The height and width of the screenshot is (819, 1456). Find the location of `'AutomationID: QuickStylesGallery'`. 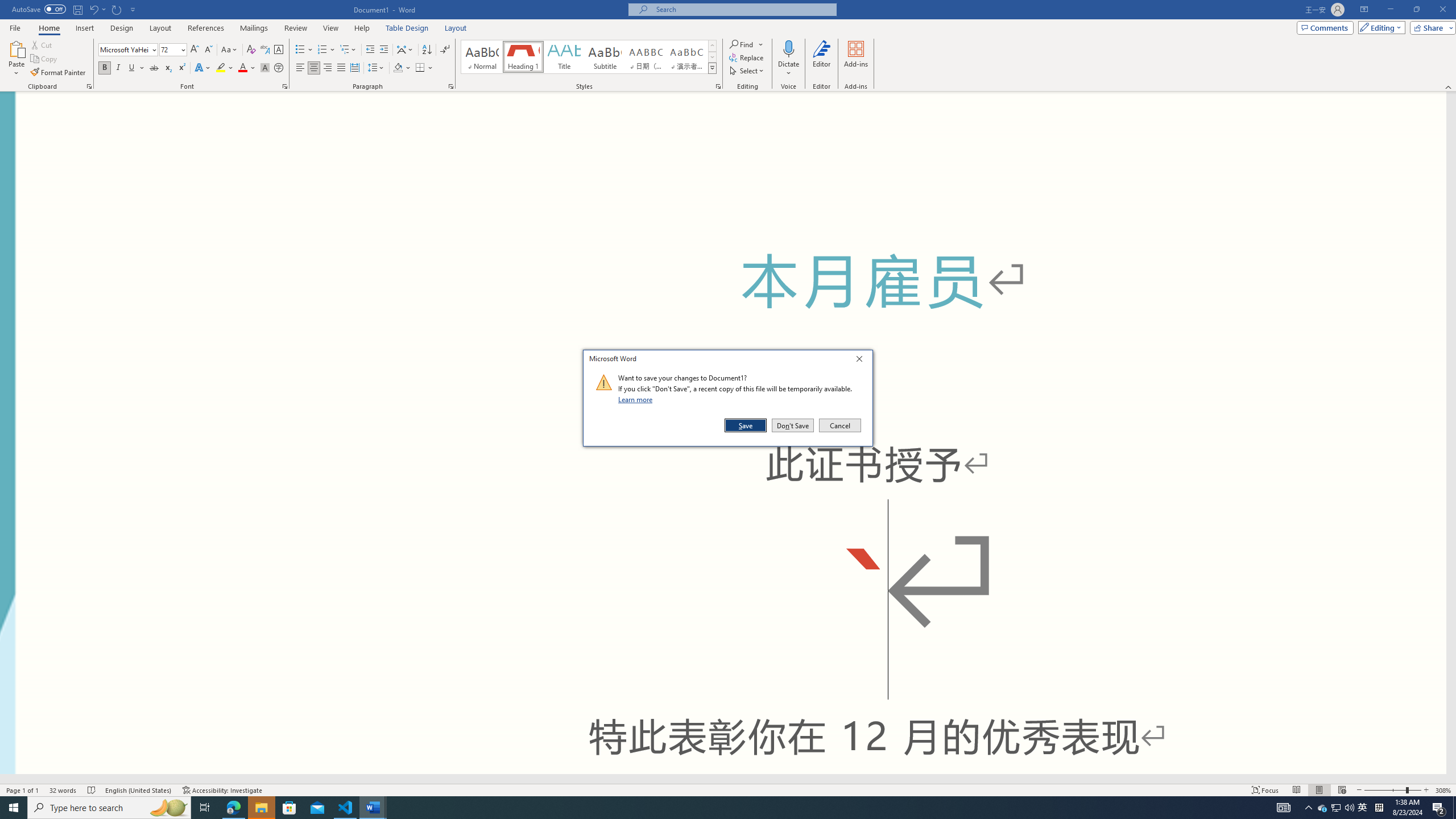

'AutomationID: QuickStylesGallery' is located at coordinates (589, 56).